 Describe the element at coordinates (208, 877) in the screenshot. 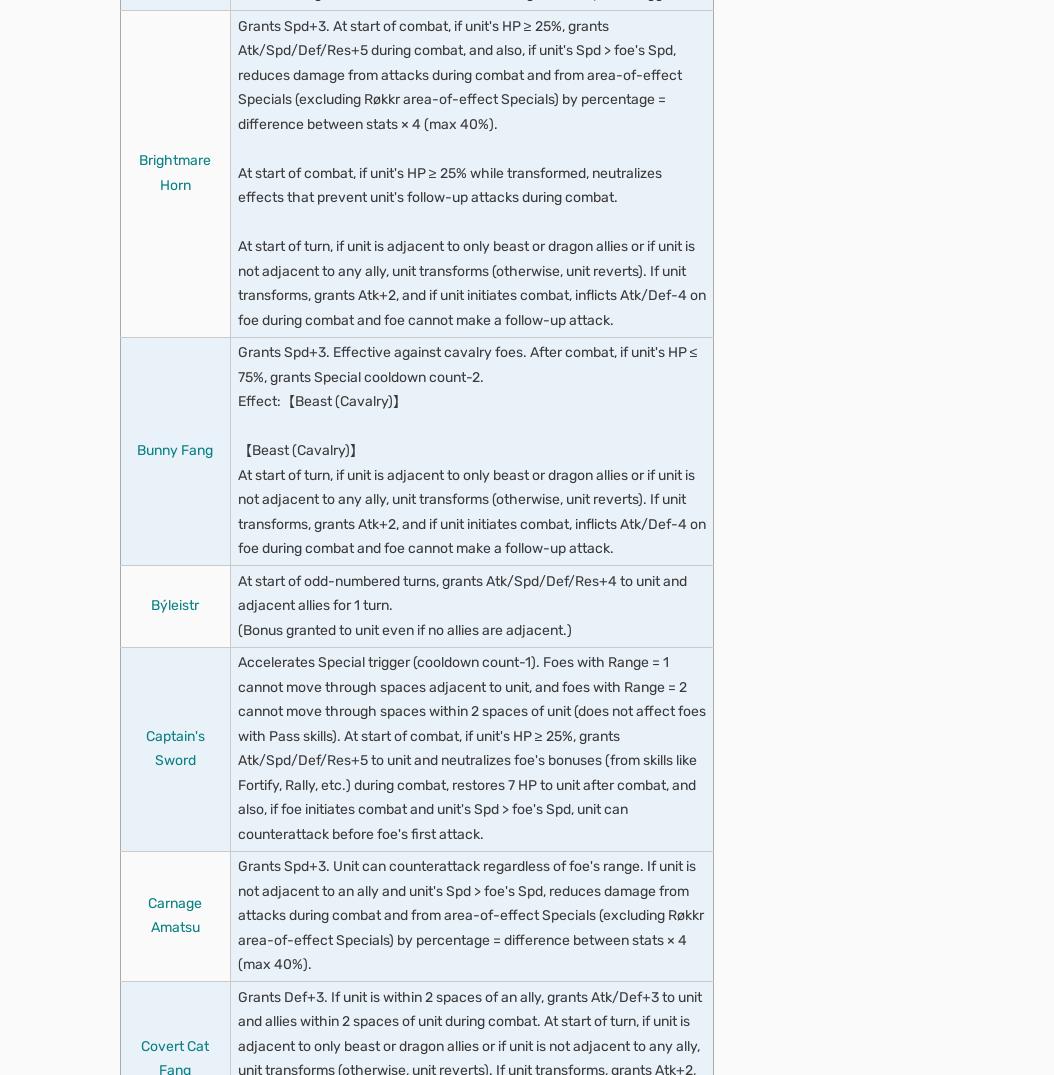

I see `'Spur Atk 3'` at that location.